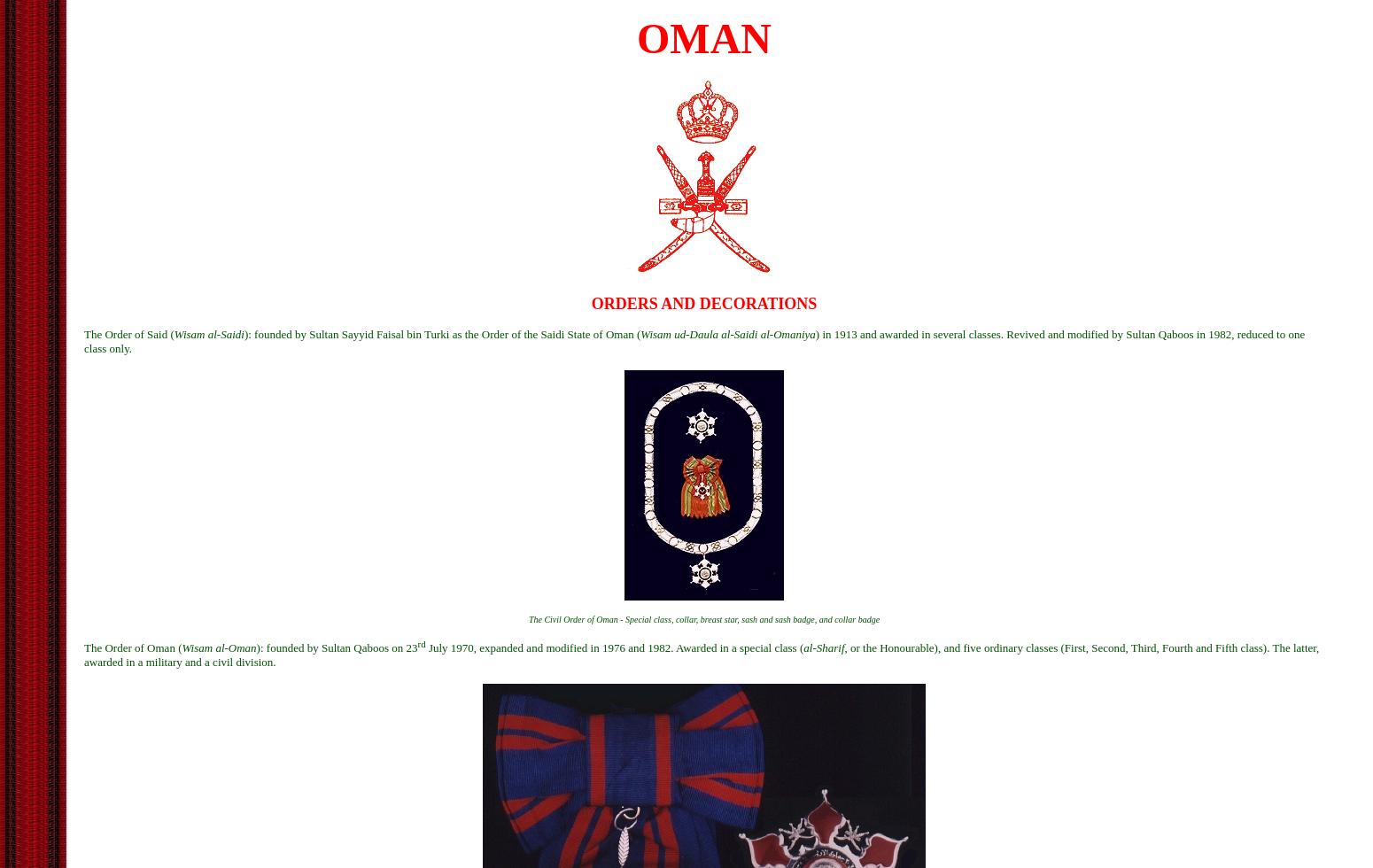  Describe the element at coordinates (637, 38) in the screenshot. I see `'OMAN'` at that location.